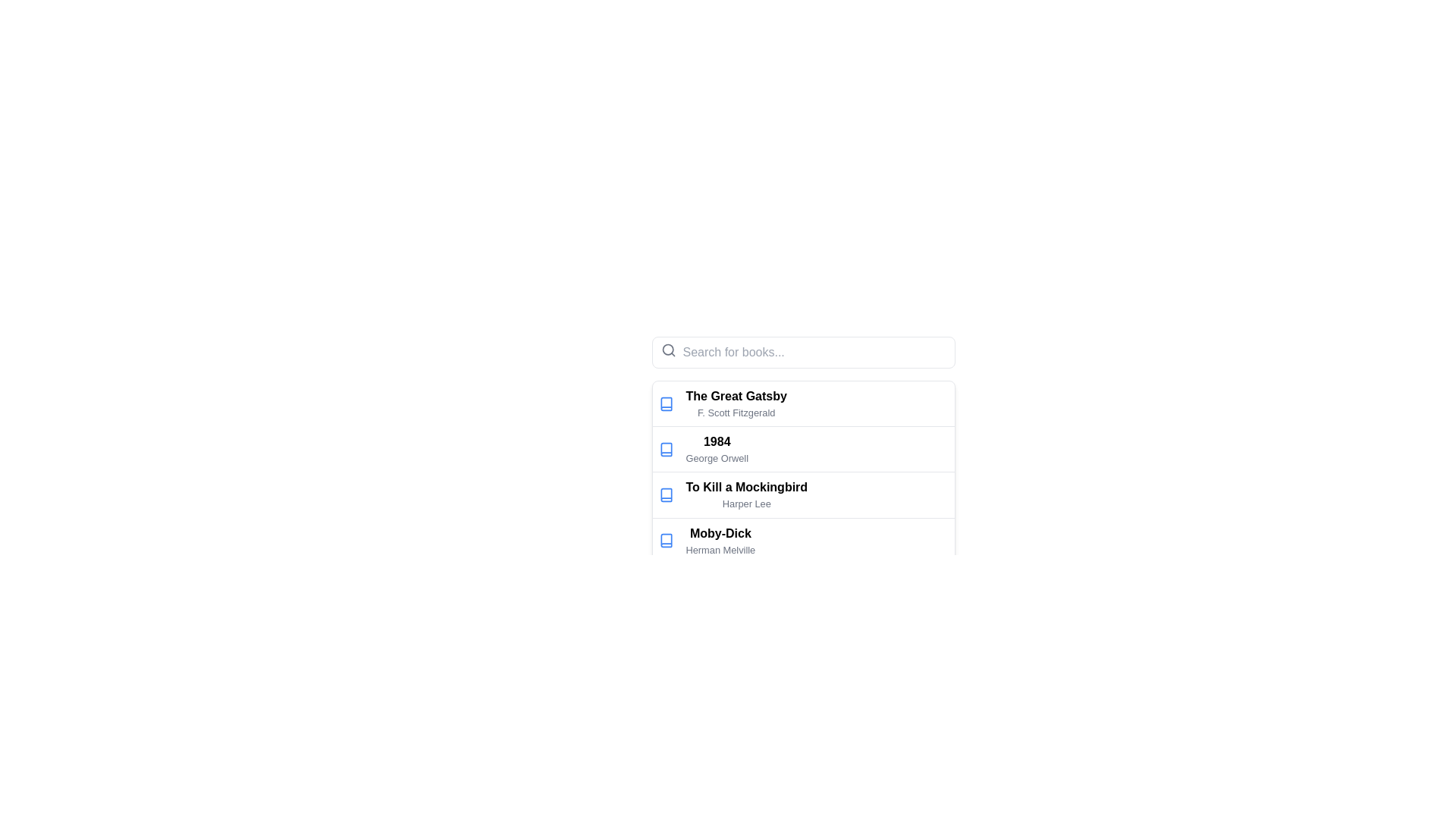 The height and width of the screenshot is (819, 1456). I want to click on the first icon representing the book item in the list, located to the far left of the title and author's name, so click(666, 403).